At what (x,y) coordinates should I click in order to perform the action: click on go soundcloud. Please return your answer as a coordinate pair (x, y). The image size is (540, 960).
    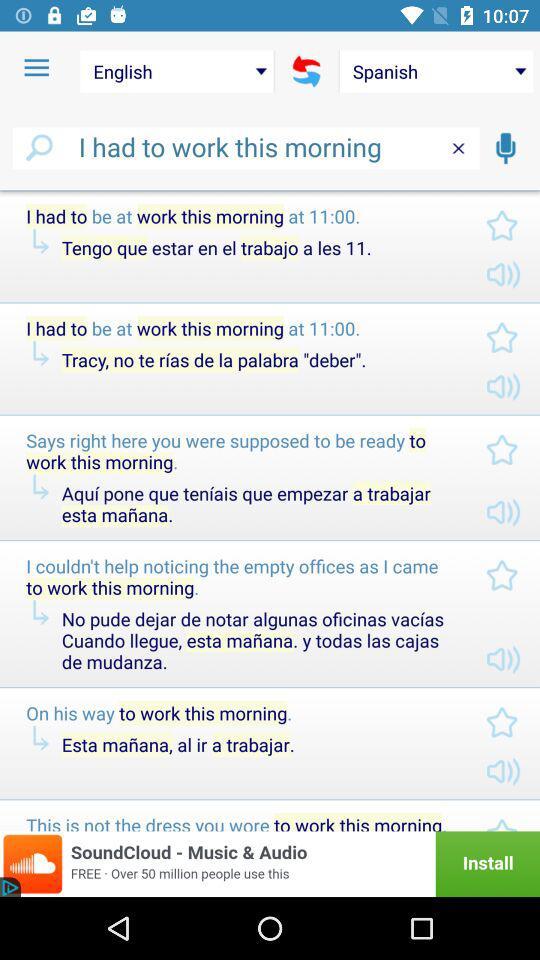
    Looking at the image, I should click on (270, 863).